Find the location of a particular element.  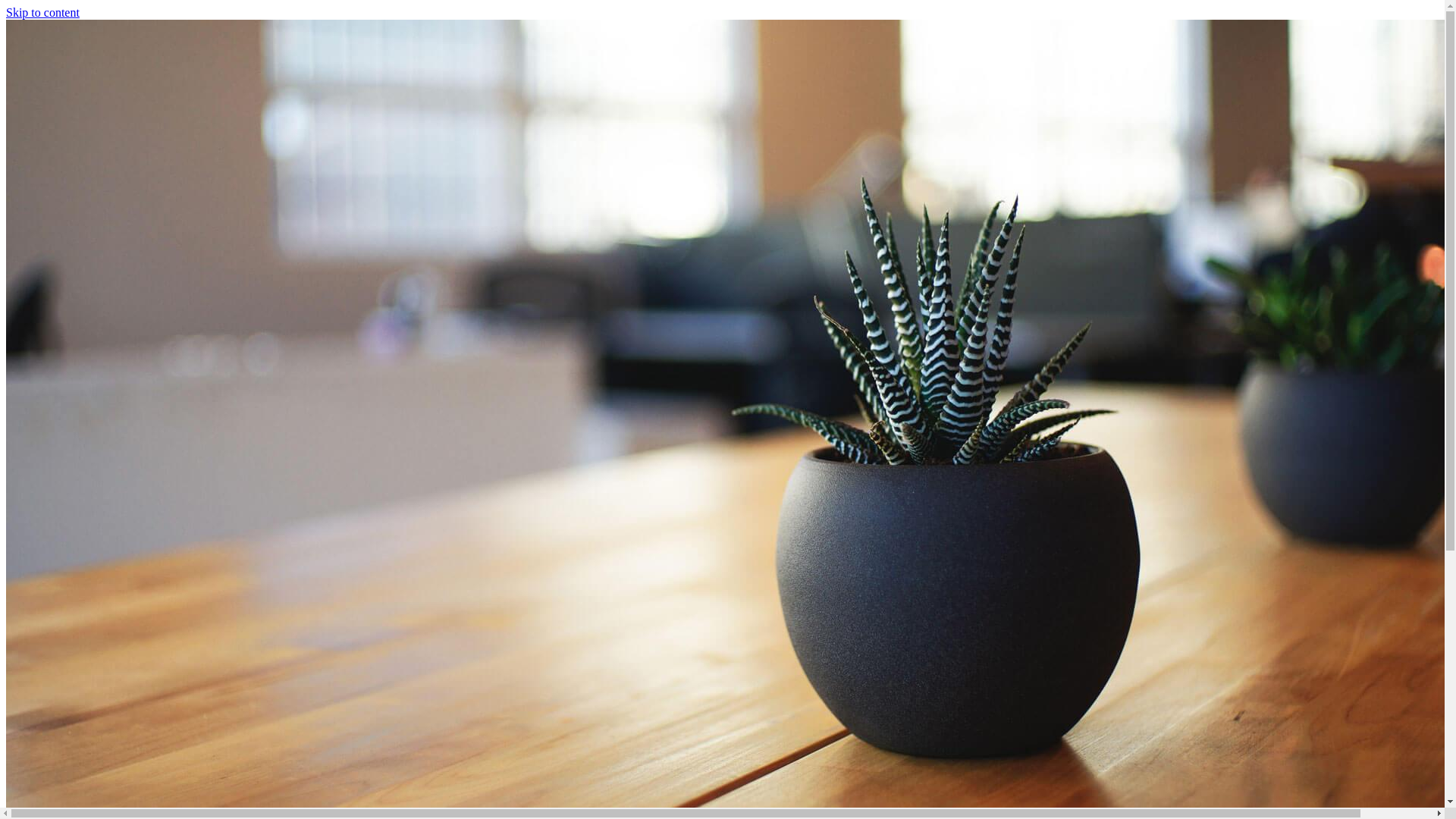

'Skip to content' is located at coordinates (42, 12).